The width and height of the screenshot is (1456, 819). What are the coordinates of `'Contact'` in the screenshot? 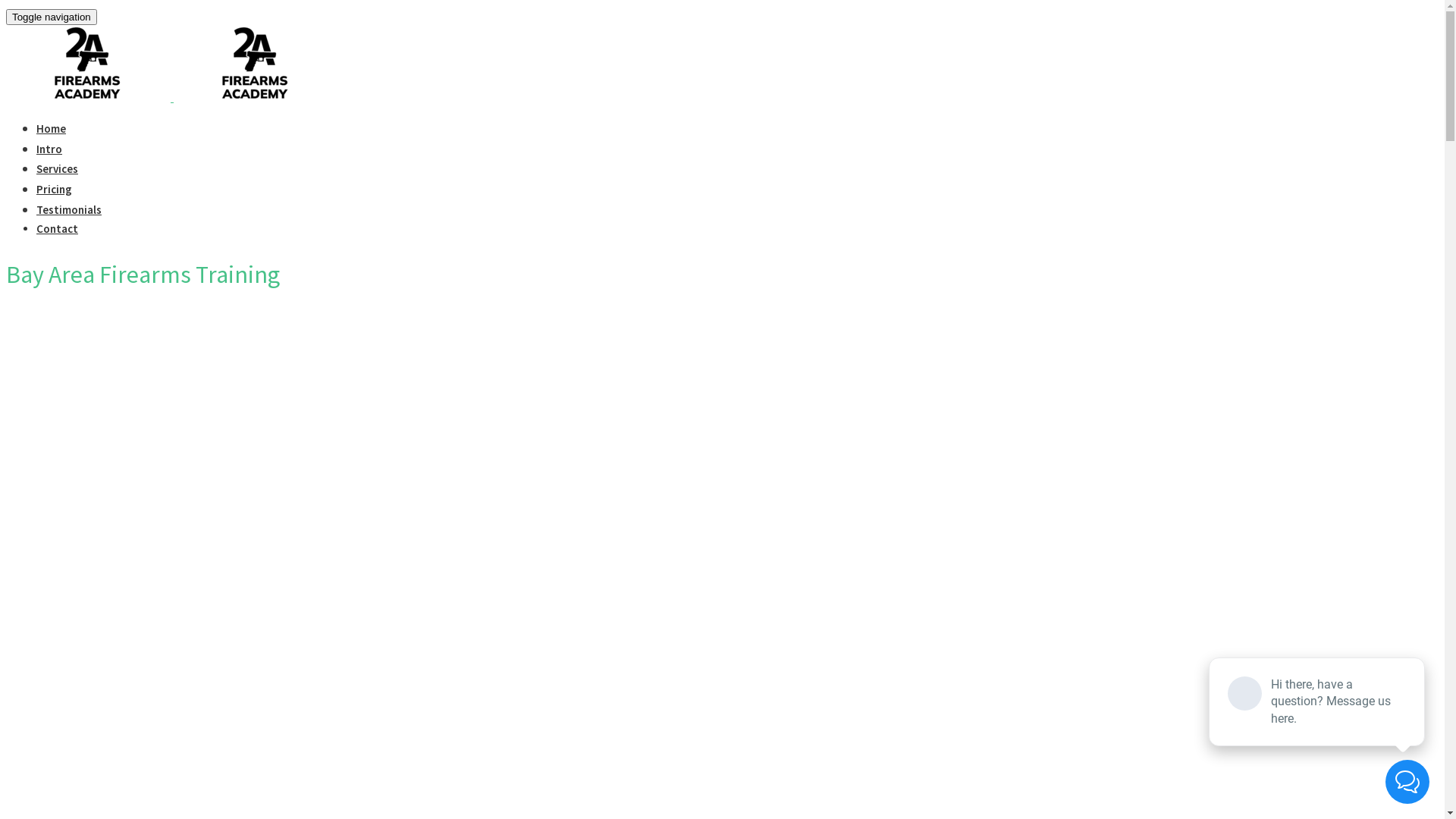 It's located at (57, 228).